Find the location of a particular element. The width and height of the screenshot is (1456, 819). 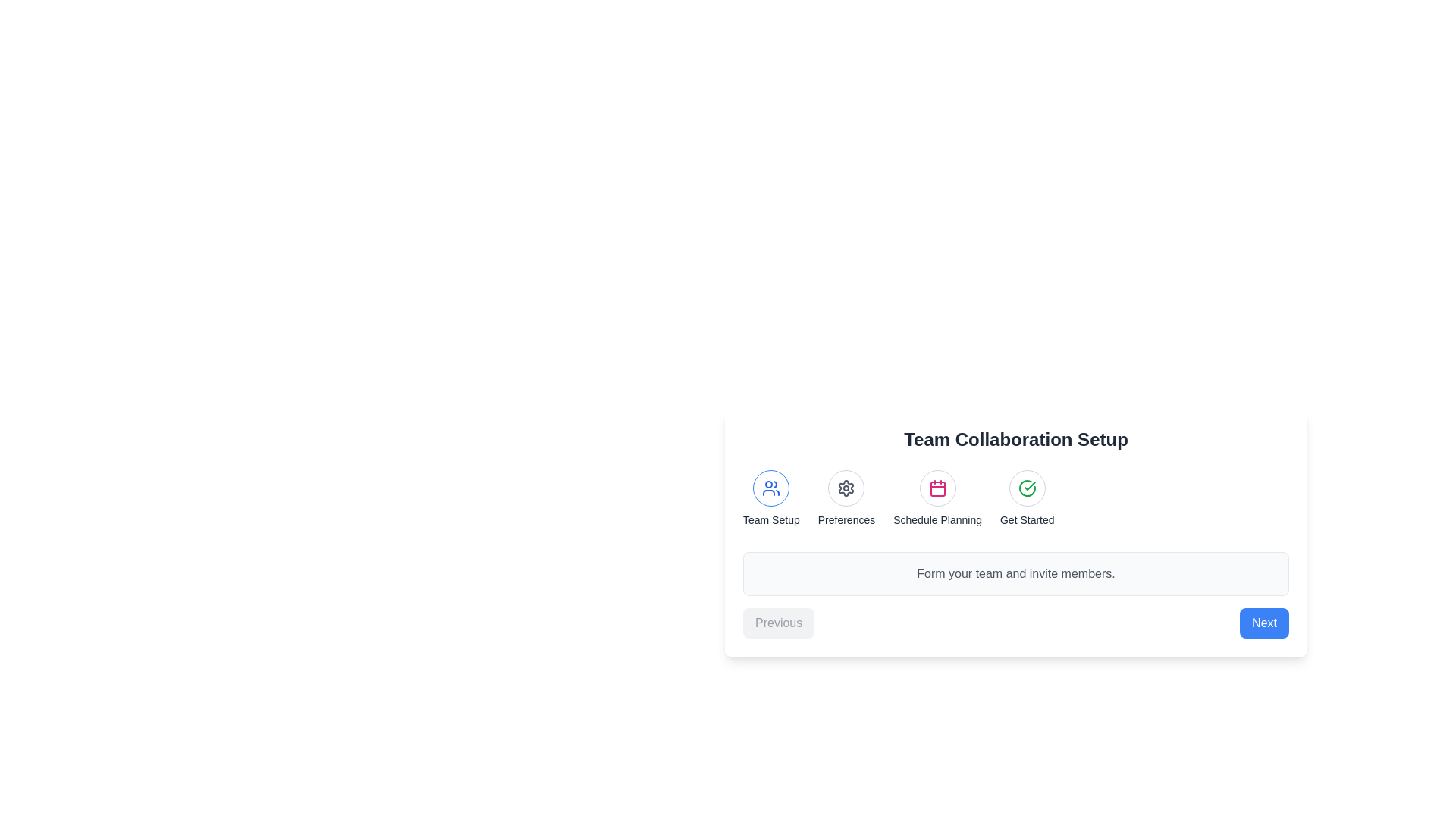

the circular gear icon located above the text label 'Preferences', which is the second icon among four horizontally aligned icons is located at coordinates (846, 488).